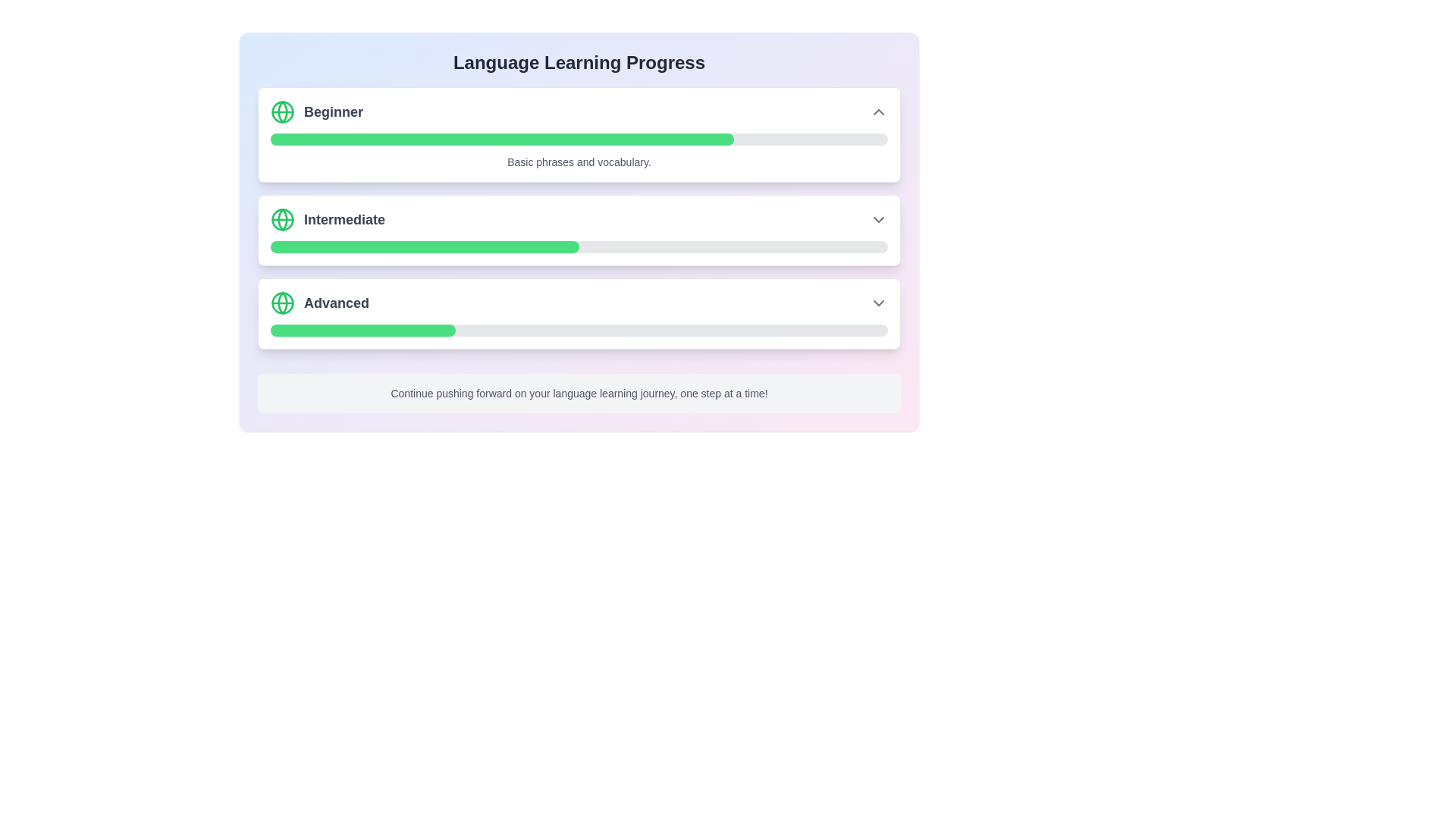 This screenshot has width=1456, height=819. Describe the element at coordinates (283, 303) in the screenshot. I see `the circular globe icon that is part of the 'Advanced' section, located to the left of the label 'Advanced'` at that location.